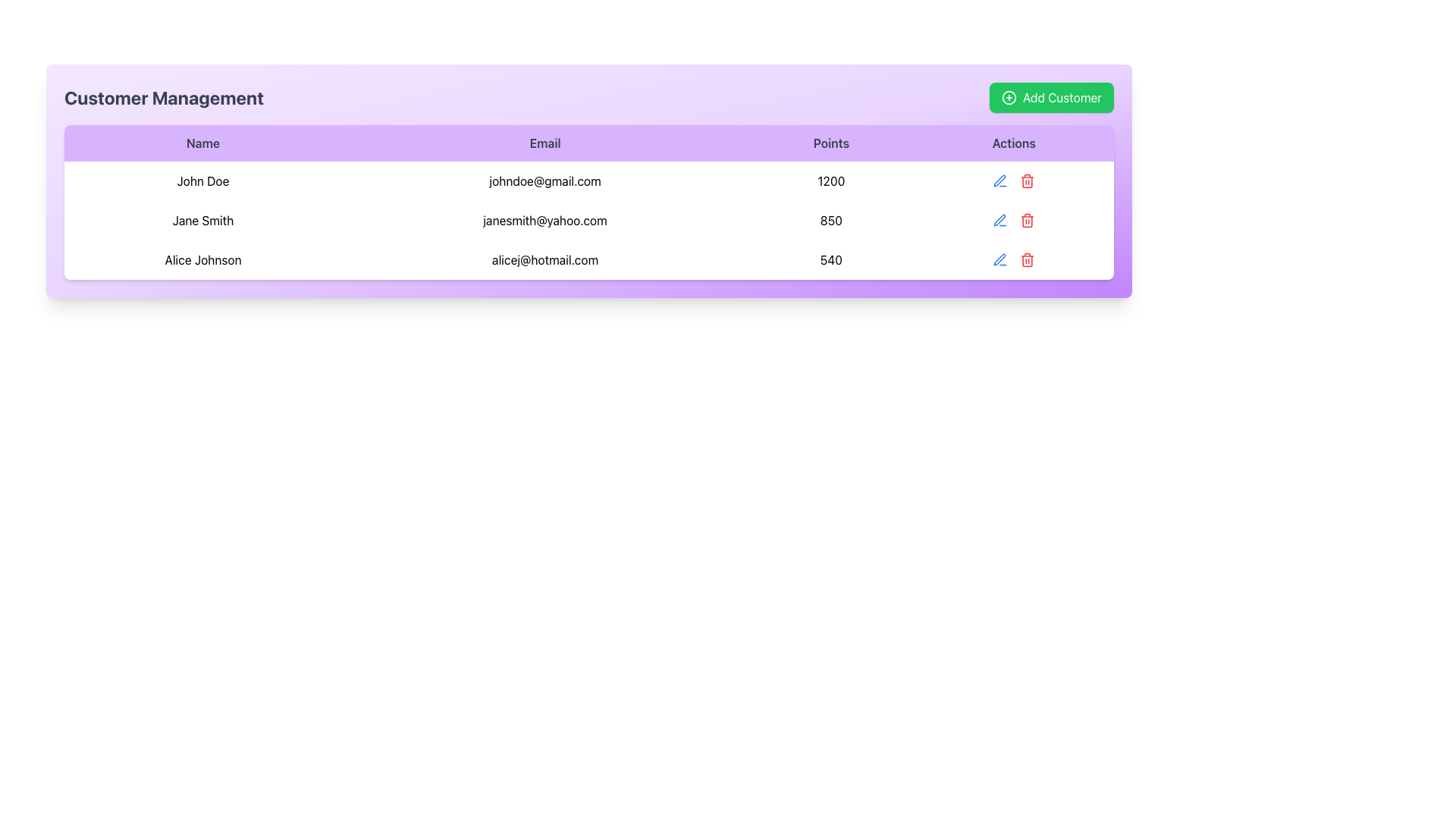  Describe the element at coordinates (1000, 180) in the screenshot. I see `the edit button in the 'Actions' column for the first row representing 'John Doe'` at that location.